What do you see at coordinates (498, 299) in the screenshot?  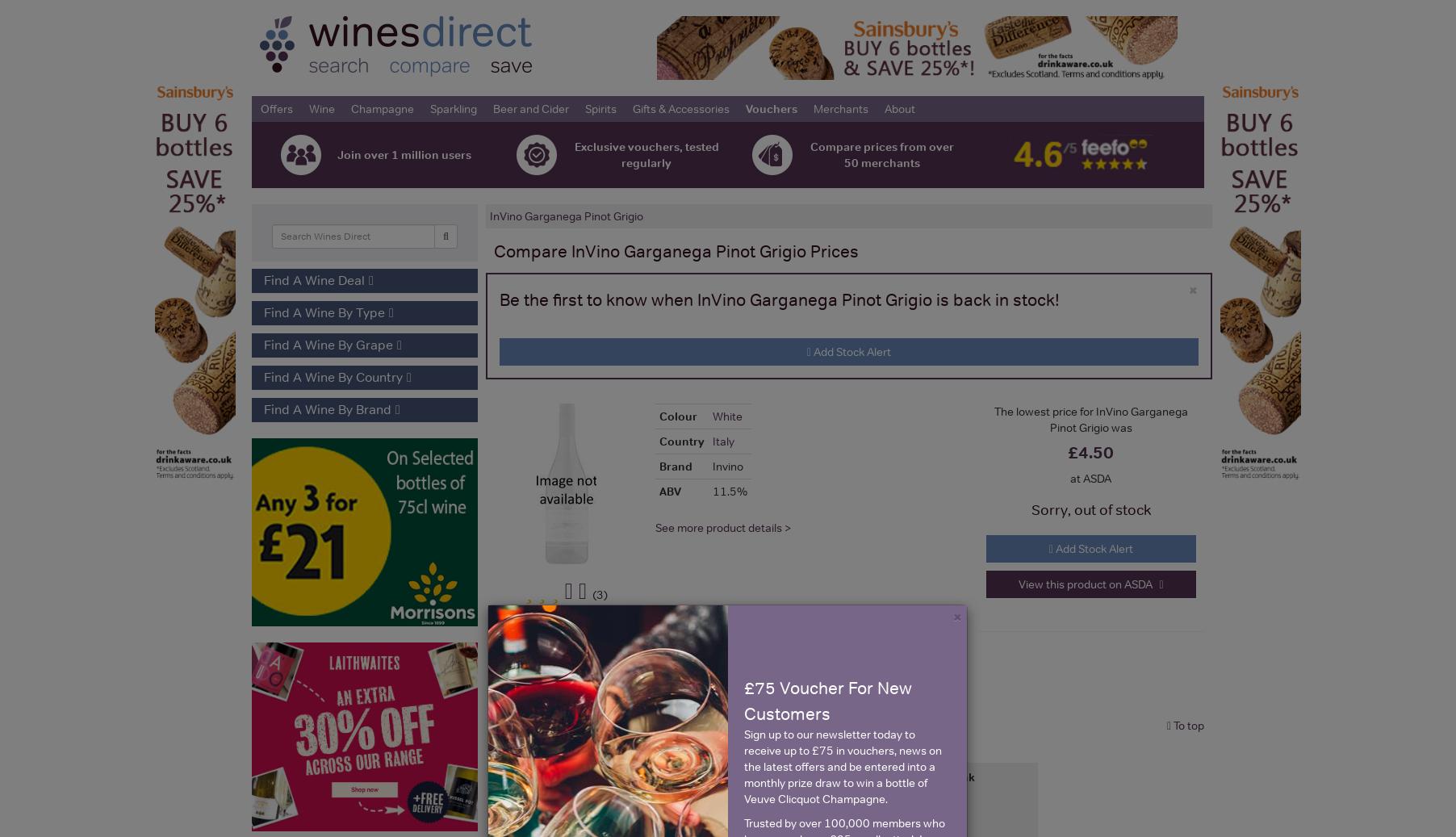 I see `'Be the first to know when InVino Garganega Pinot Grigio is back in stock!'` at bounding box center [498, 299].